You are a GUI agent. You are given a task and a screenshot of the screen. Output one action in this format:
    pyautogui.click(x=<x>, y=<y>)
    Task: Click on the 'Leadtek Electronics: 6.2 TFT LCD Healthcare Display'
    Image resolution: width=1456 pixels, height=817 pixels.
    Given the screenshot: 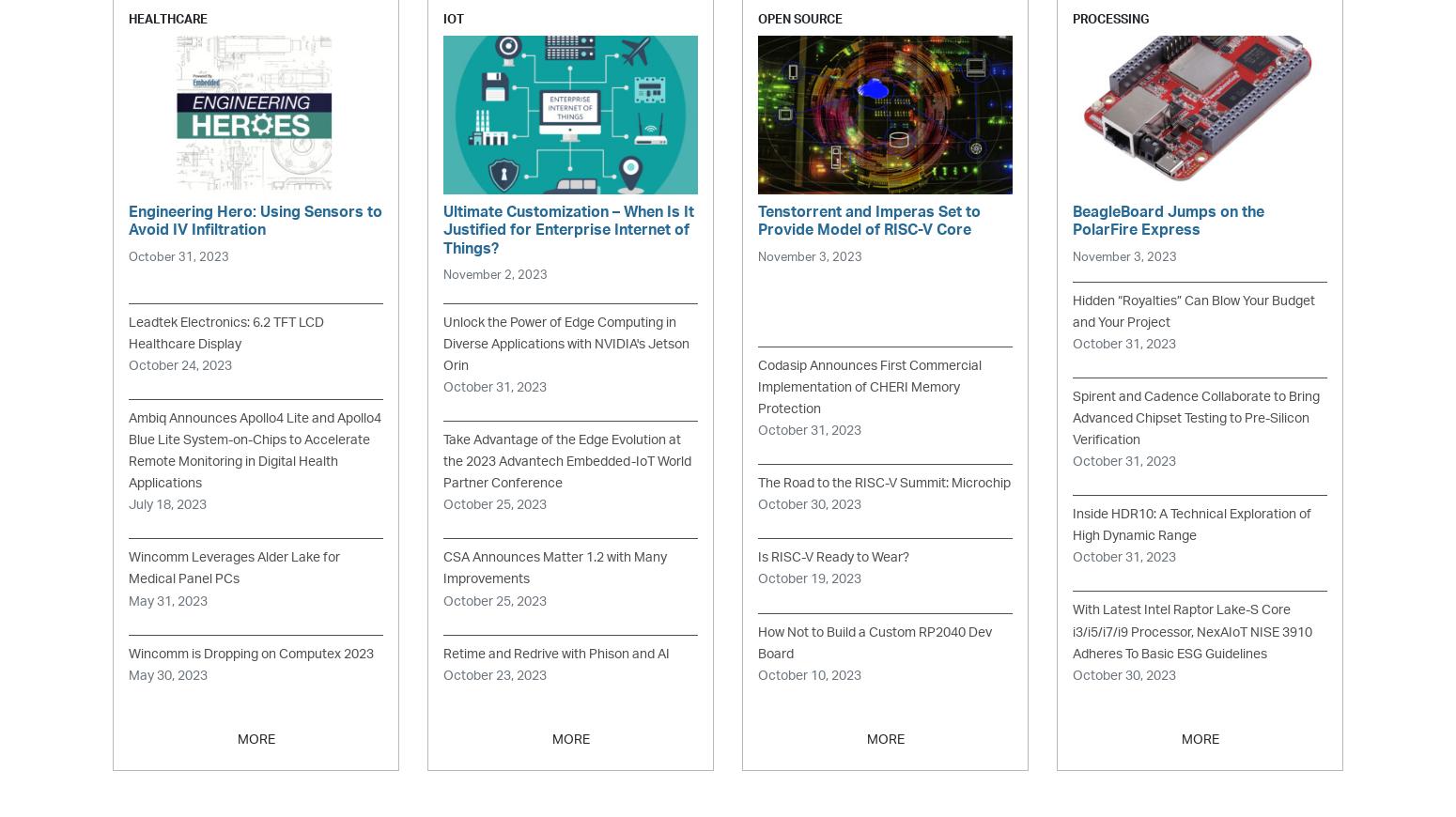 What is the action you would take?
    pyautogui.click(x=226, y=332)
    